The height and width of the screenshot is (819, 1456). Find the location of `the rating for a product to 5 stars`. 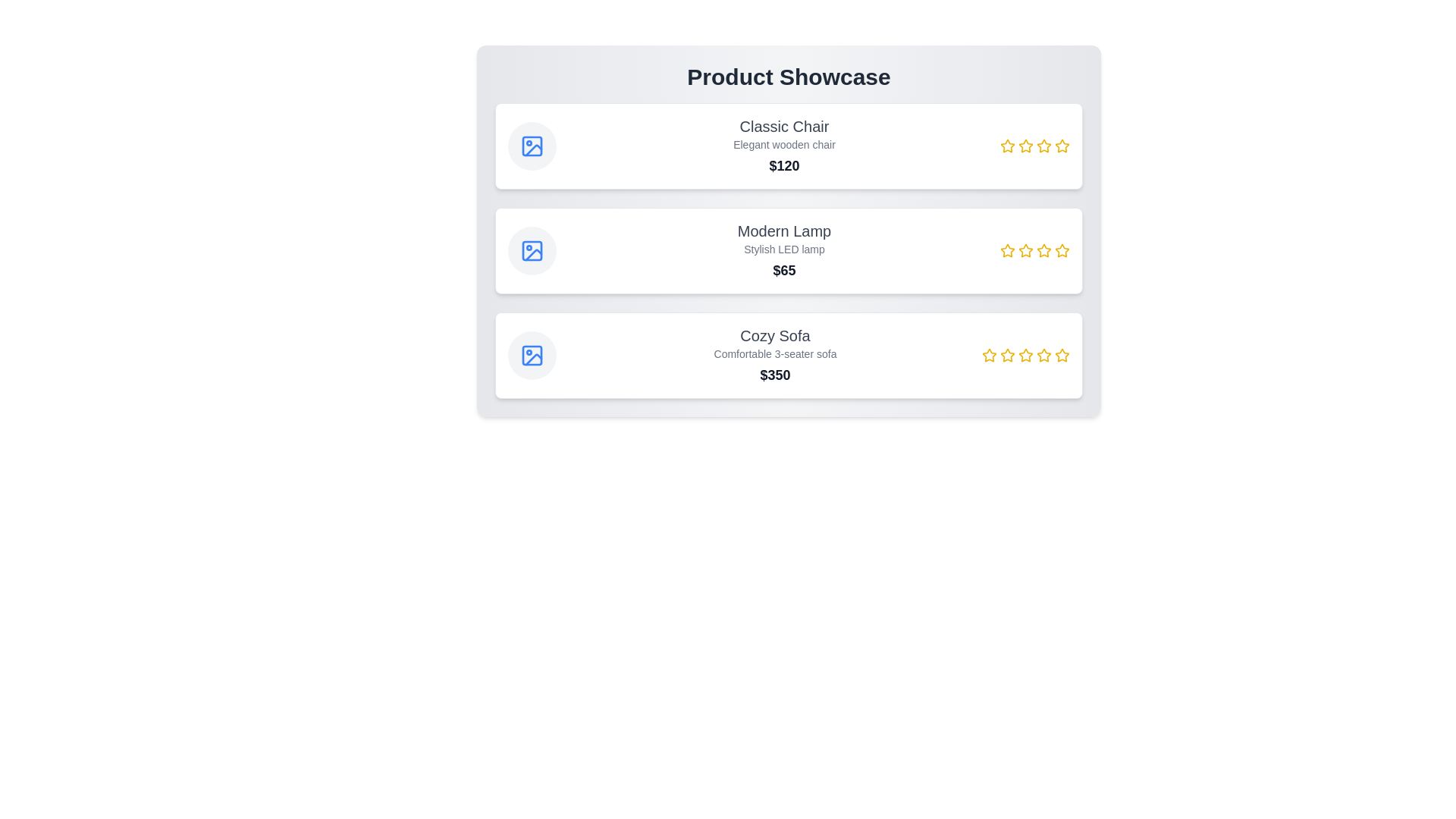

the rating for a product to 5 stars is located at coordinates (1080, 146).